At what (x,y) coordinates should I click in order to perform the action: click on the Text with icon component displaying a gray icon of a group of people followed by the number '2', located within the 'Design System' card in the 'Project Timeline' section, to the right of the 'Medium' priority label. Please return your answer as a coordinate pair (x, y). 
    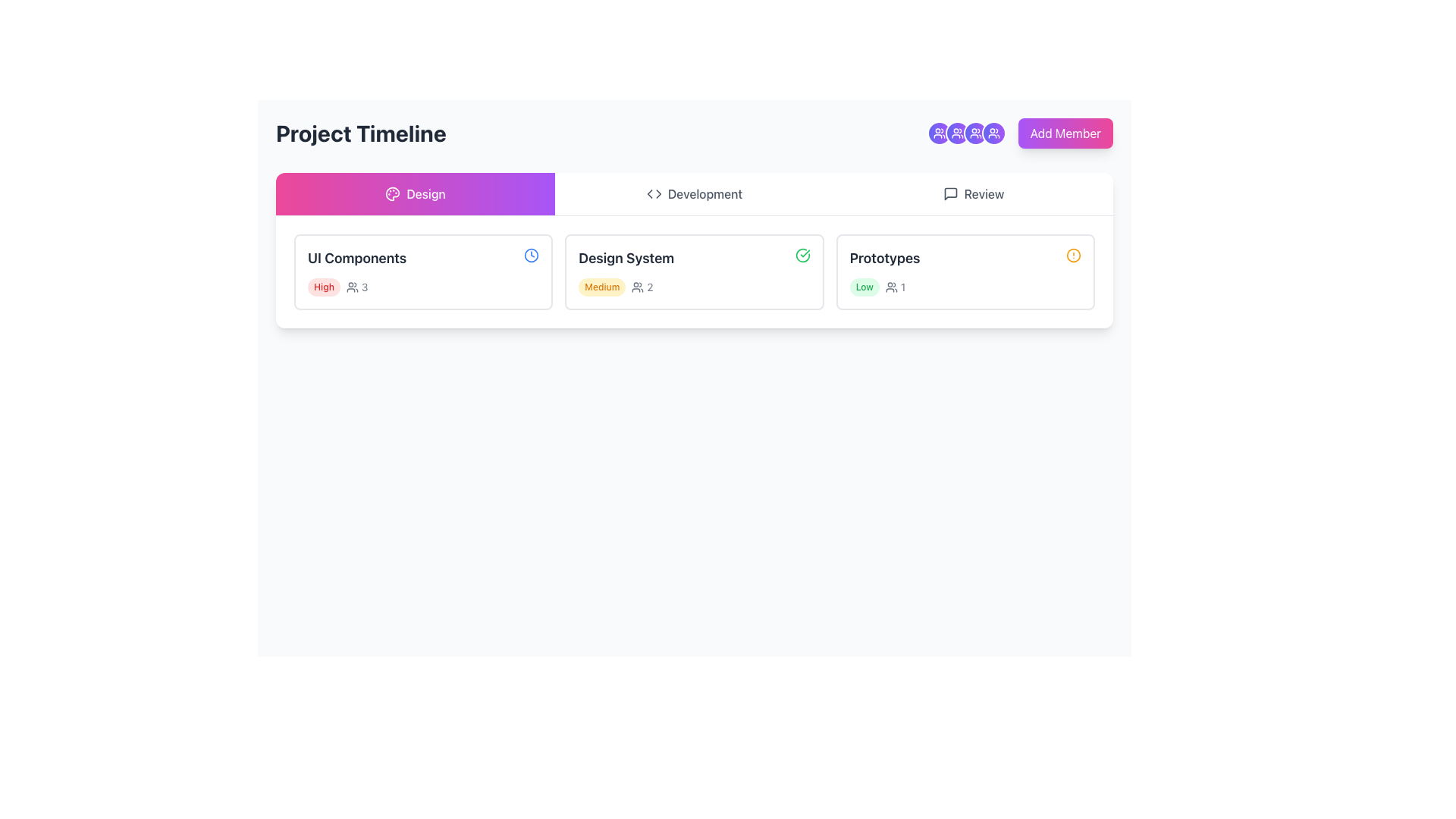
    Looking at the image, I should click on (642, 287).